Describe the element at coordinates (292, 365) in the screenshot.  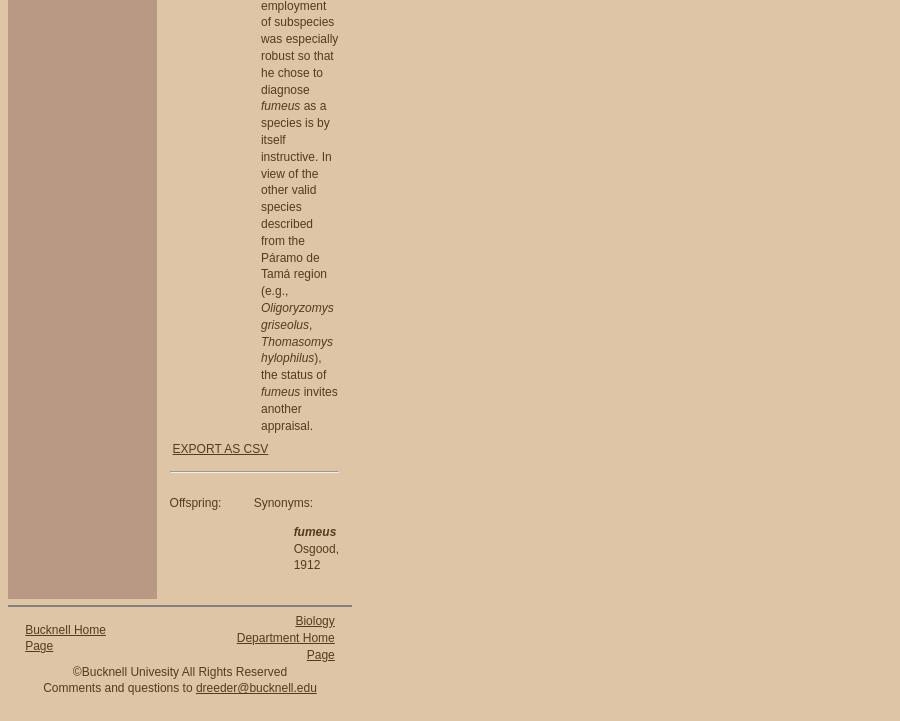
I see `'), the status of'` at that location.